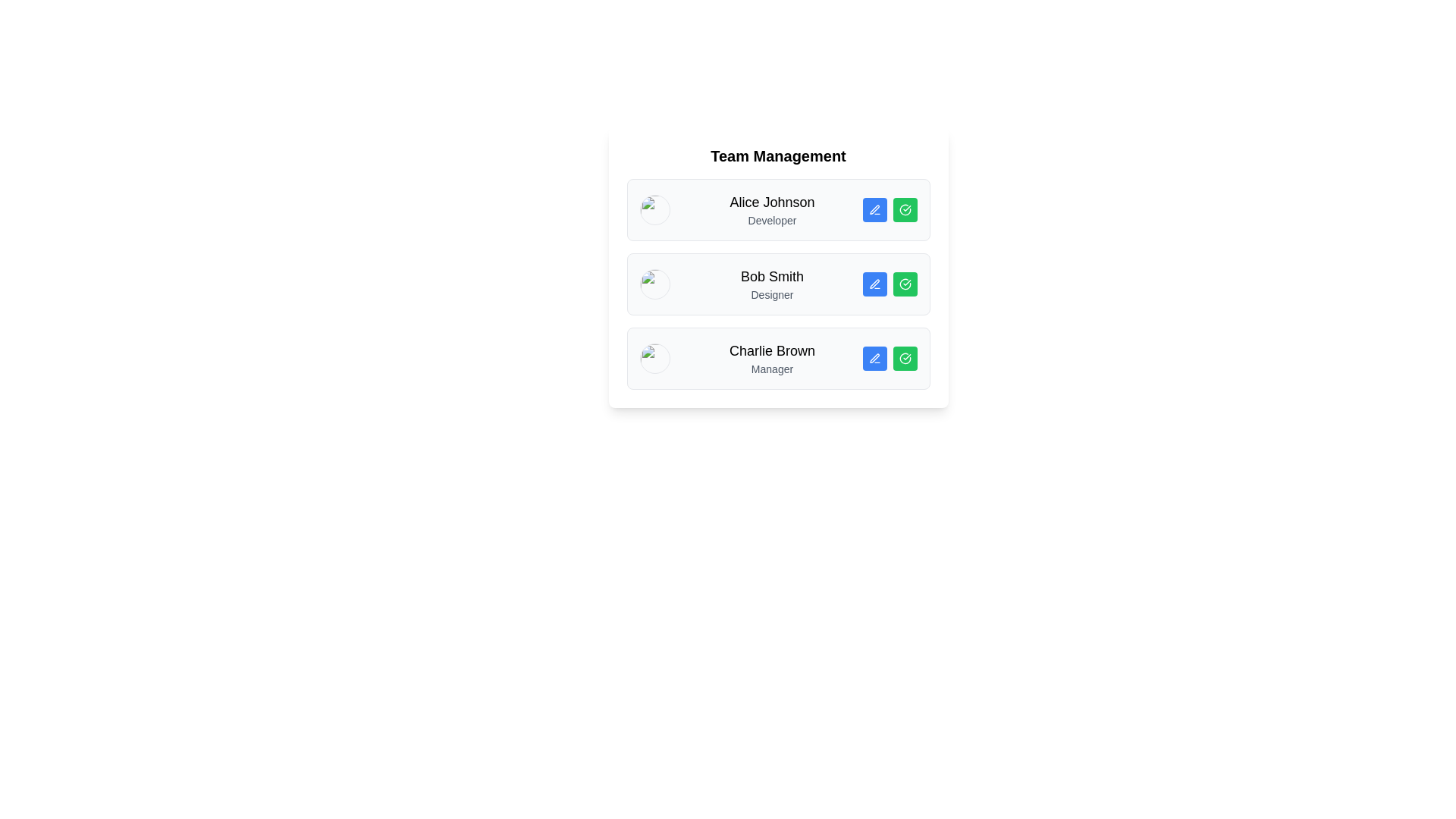 The image size is (1456, 819). What do you see at coordinates (772, 284) in the screenshot?
I see `the text label that identifies the user's name and role, located in the second card of a vertical list, positioned below 'Alice Johnson' and above 'Charlie Brown'` at bounding box center [772, 284].